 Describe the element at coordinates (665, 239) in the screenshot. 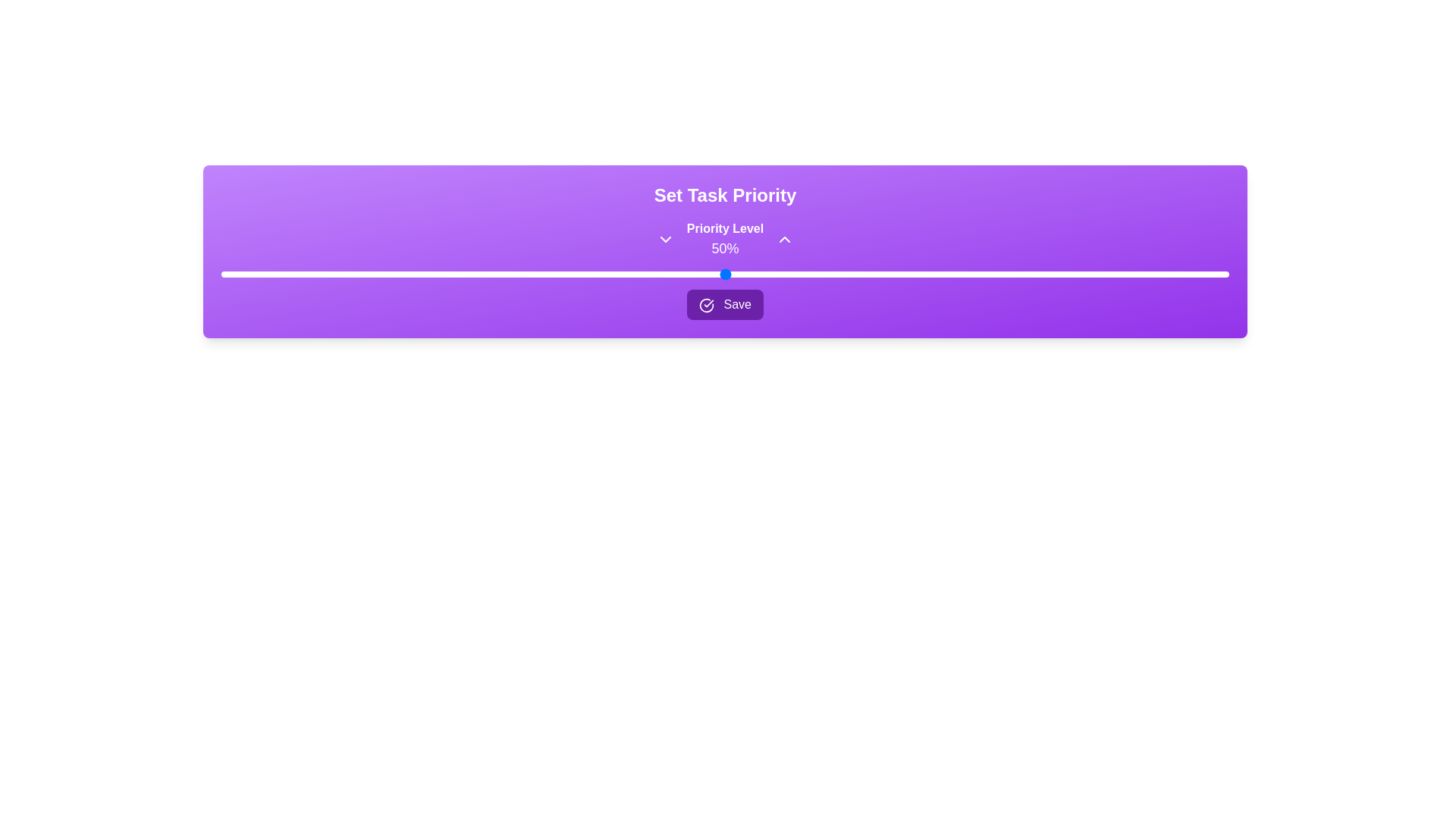

I see `the downward-pointing chevron icon button` at that location.